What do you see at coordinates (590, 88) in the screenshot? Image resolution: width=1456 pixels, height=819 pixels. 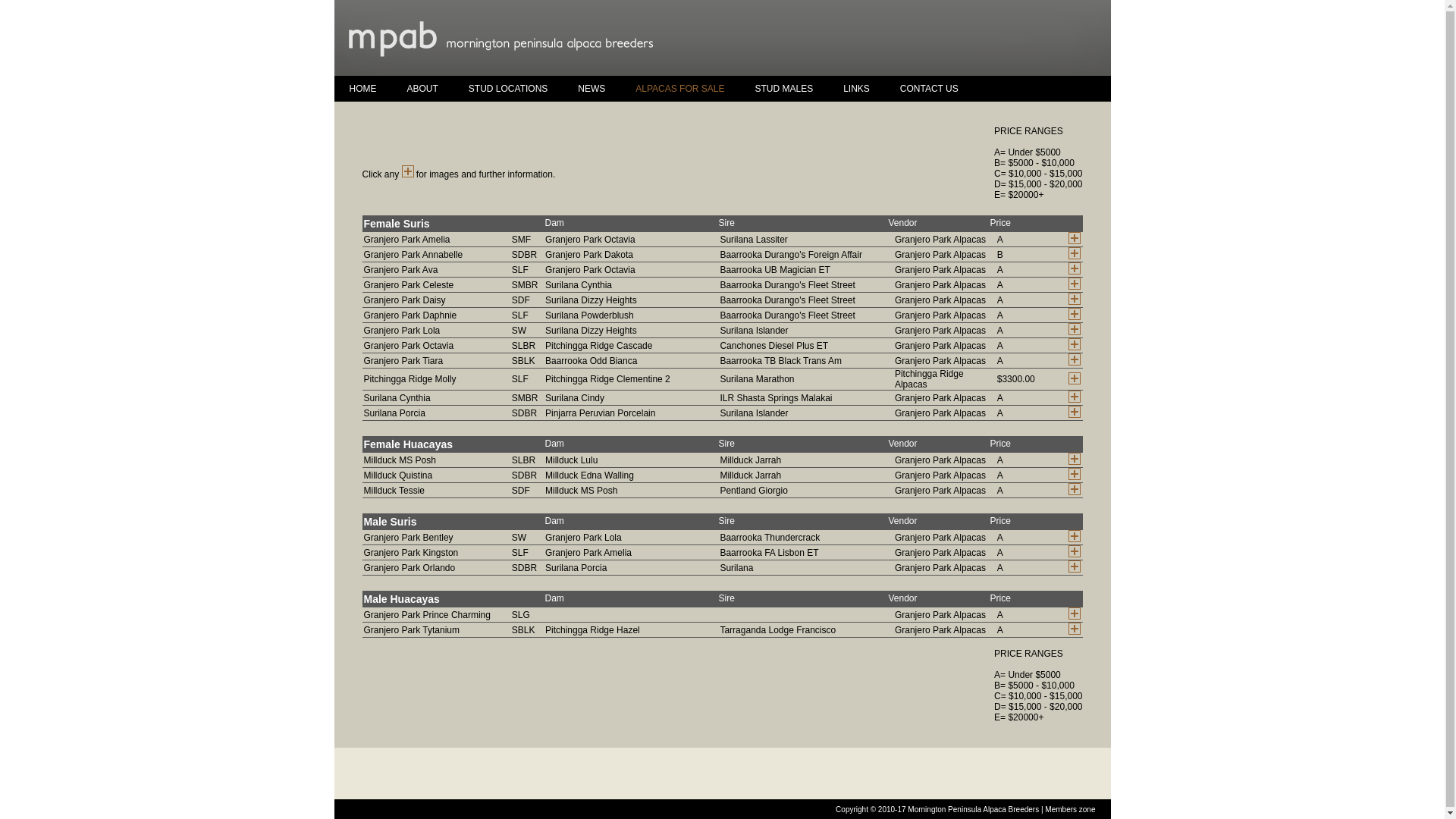 I see `'NEWS'` at bounding box center [590, 88].